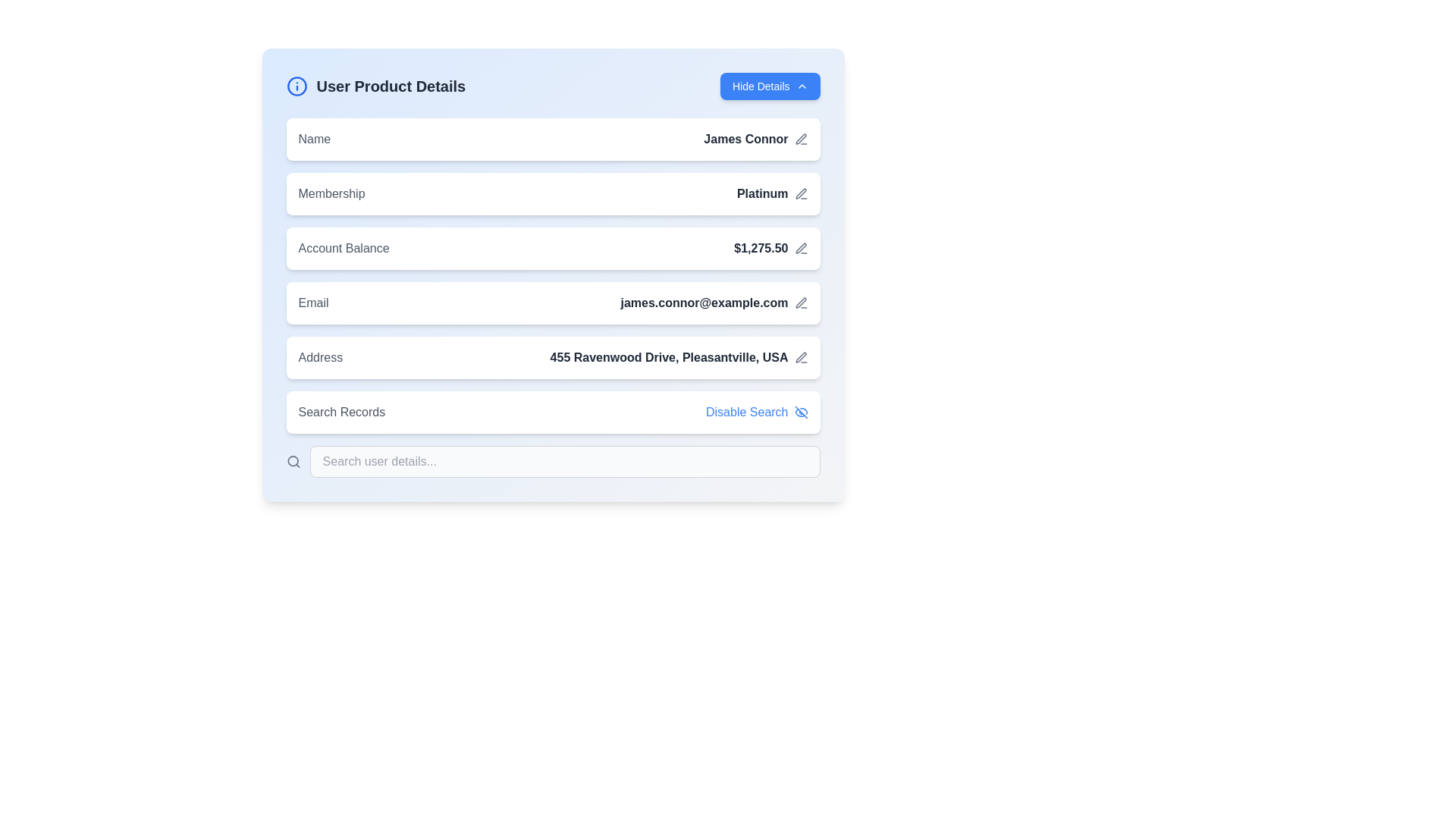 This screenshot has height=819, width=1456. What do you see at coordinates (800, 247) in the screenshot?
I see `the pen icon located to the right of the 'Account Balance' field, adjacent to the value '$1,275.50', within the 'User Product Details' card` at bounding box center [800, 247].